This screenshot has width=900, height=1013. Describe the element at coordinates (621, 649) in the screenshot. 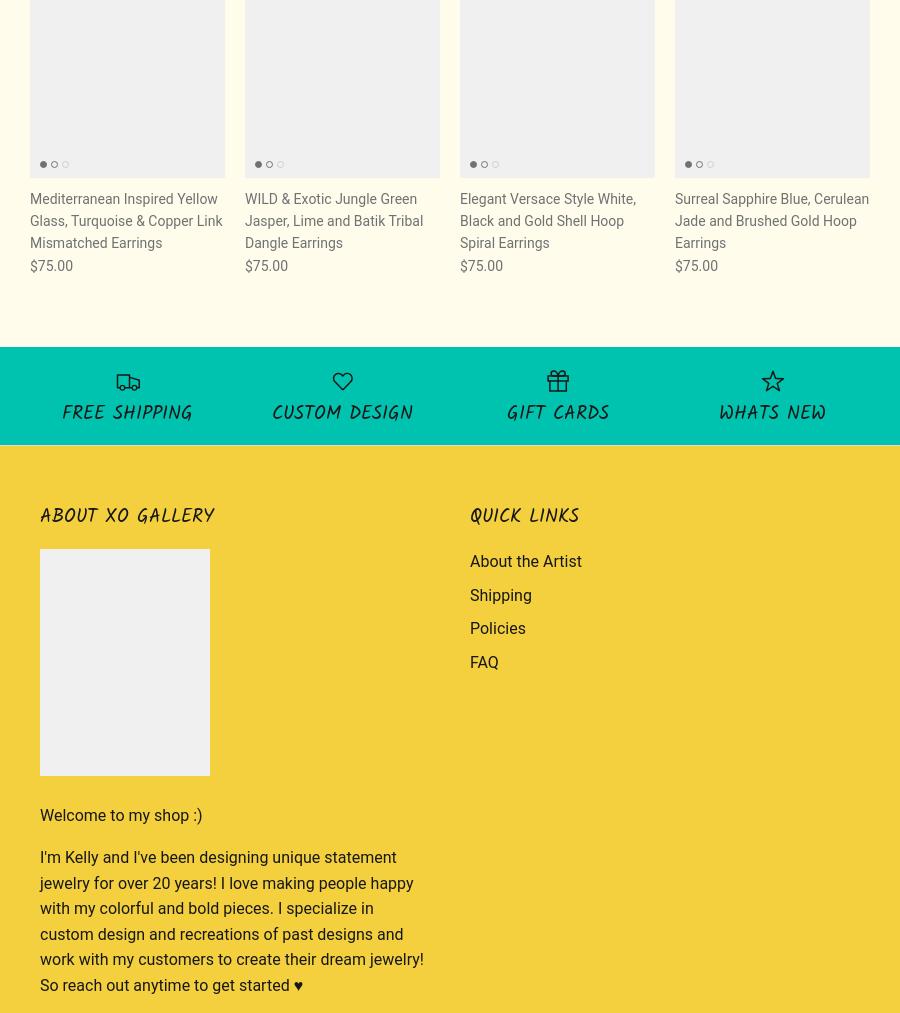

I see `'Faroe Islands'` at that location.